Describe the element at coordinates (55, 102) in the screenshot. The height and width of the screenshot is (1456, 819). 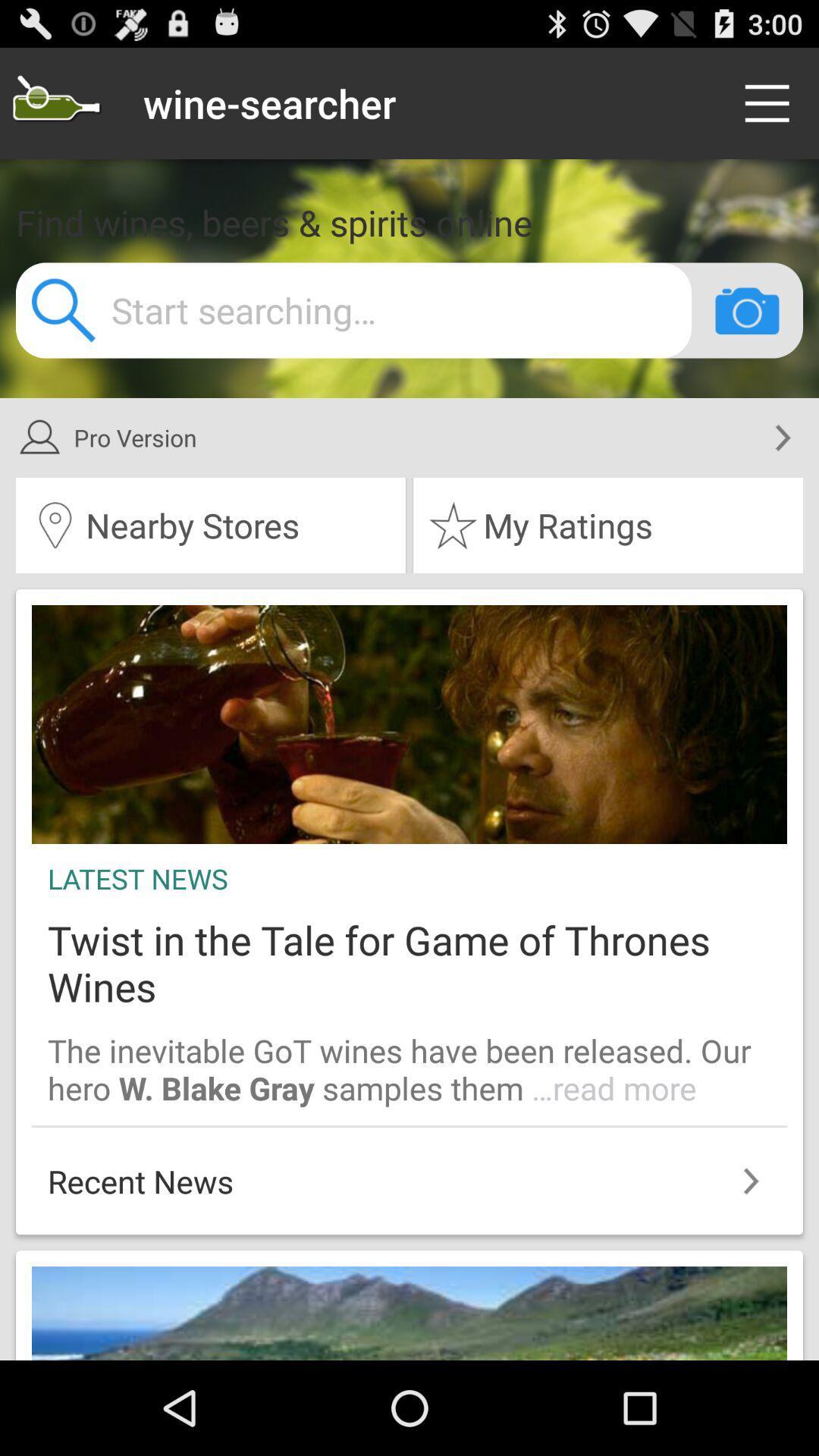
I see `search button` at that location.